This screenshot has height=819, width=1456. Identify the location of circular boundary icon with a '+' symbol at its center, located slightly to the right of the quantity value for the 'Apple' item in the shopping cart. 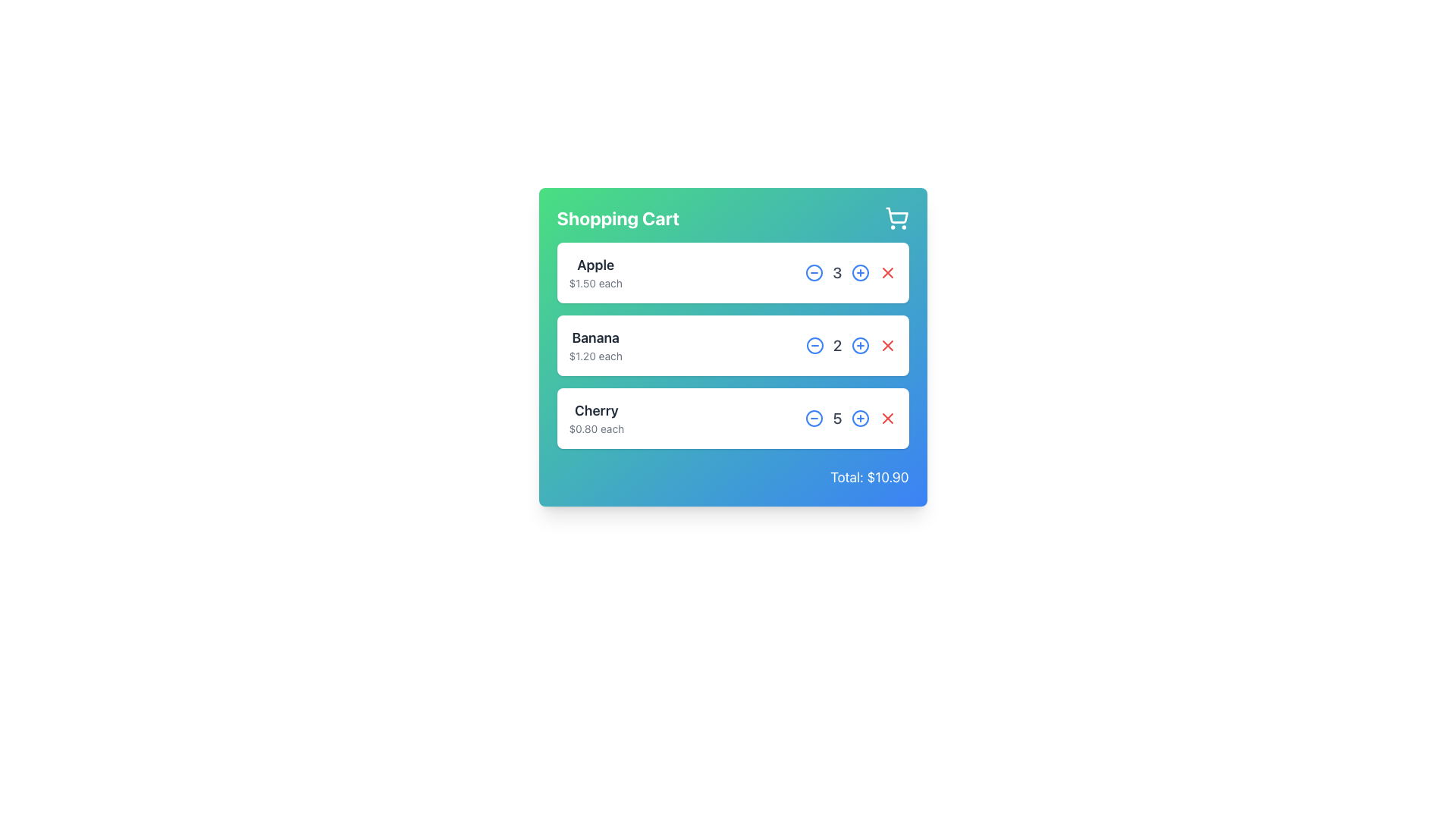
(860, 271).